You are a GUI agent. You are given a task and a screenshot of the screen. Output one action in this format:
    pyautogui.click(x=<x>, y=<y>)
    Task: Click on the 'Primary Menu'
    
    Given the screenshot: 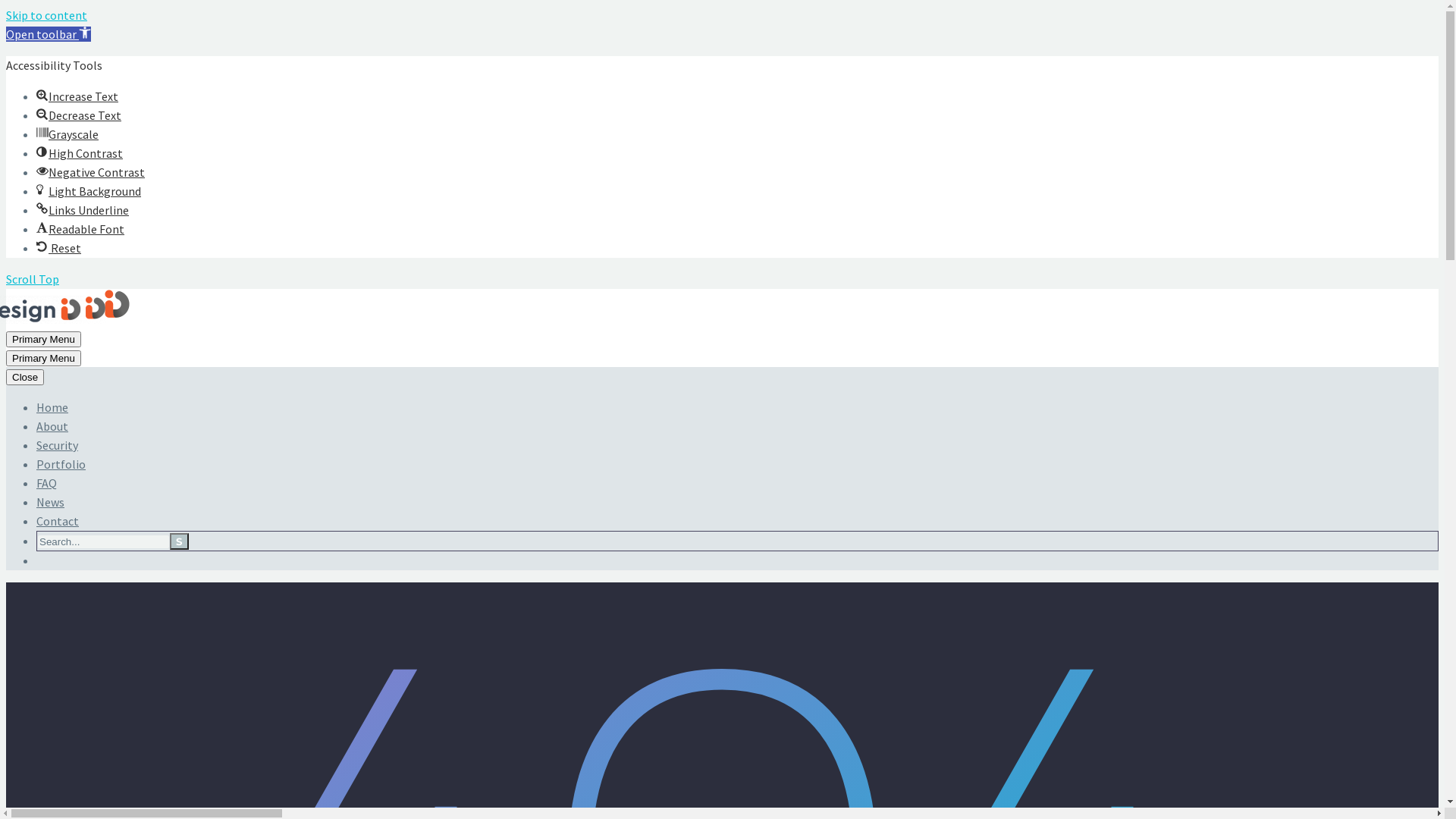 What is the action you would take?
    pyautogui.click(x=43, y=338)
    